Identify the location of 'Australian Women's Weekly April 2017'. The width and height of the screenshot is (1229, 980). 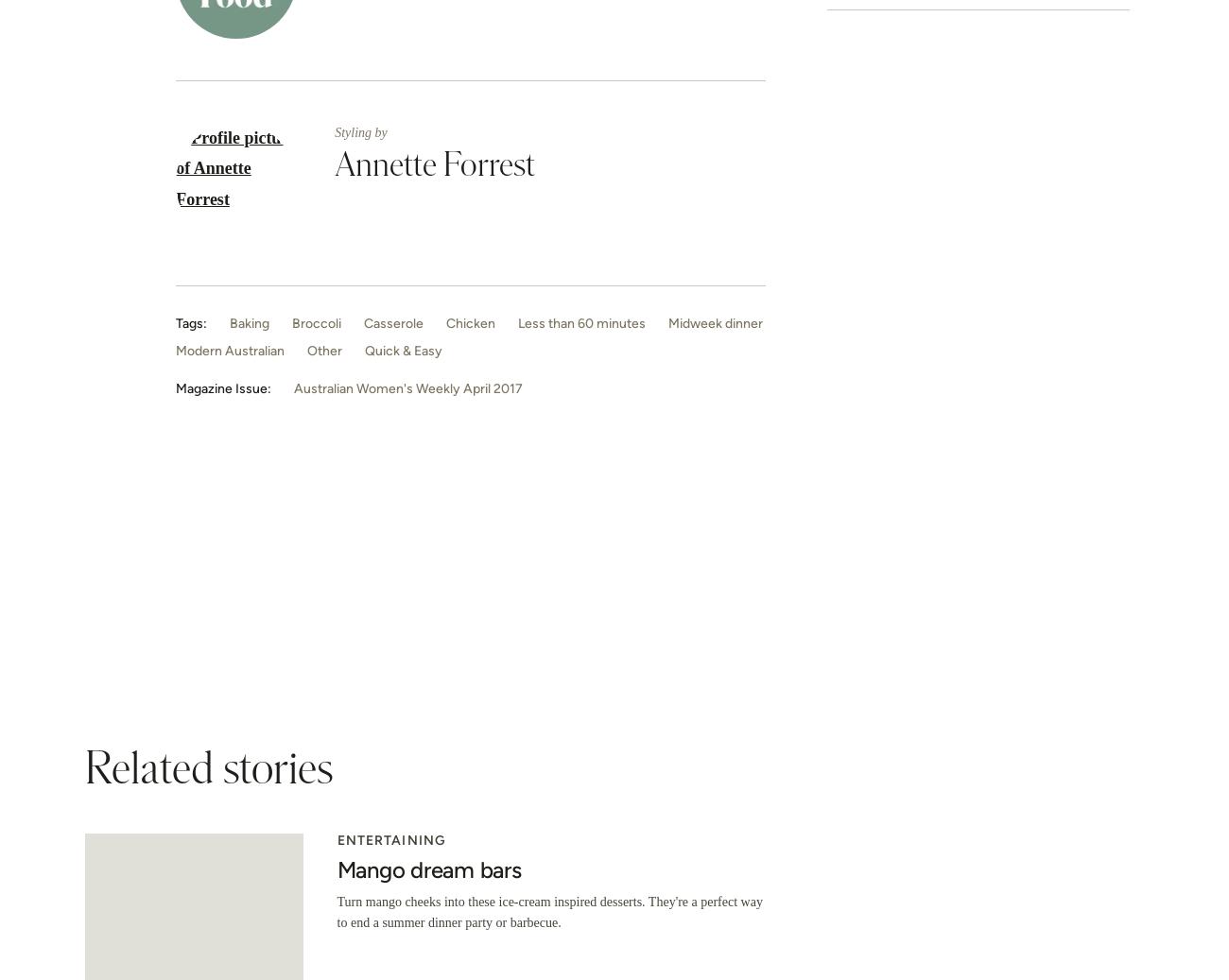
(407, 387).